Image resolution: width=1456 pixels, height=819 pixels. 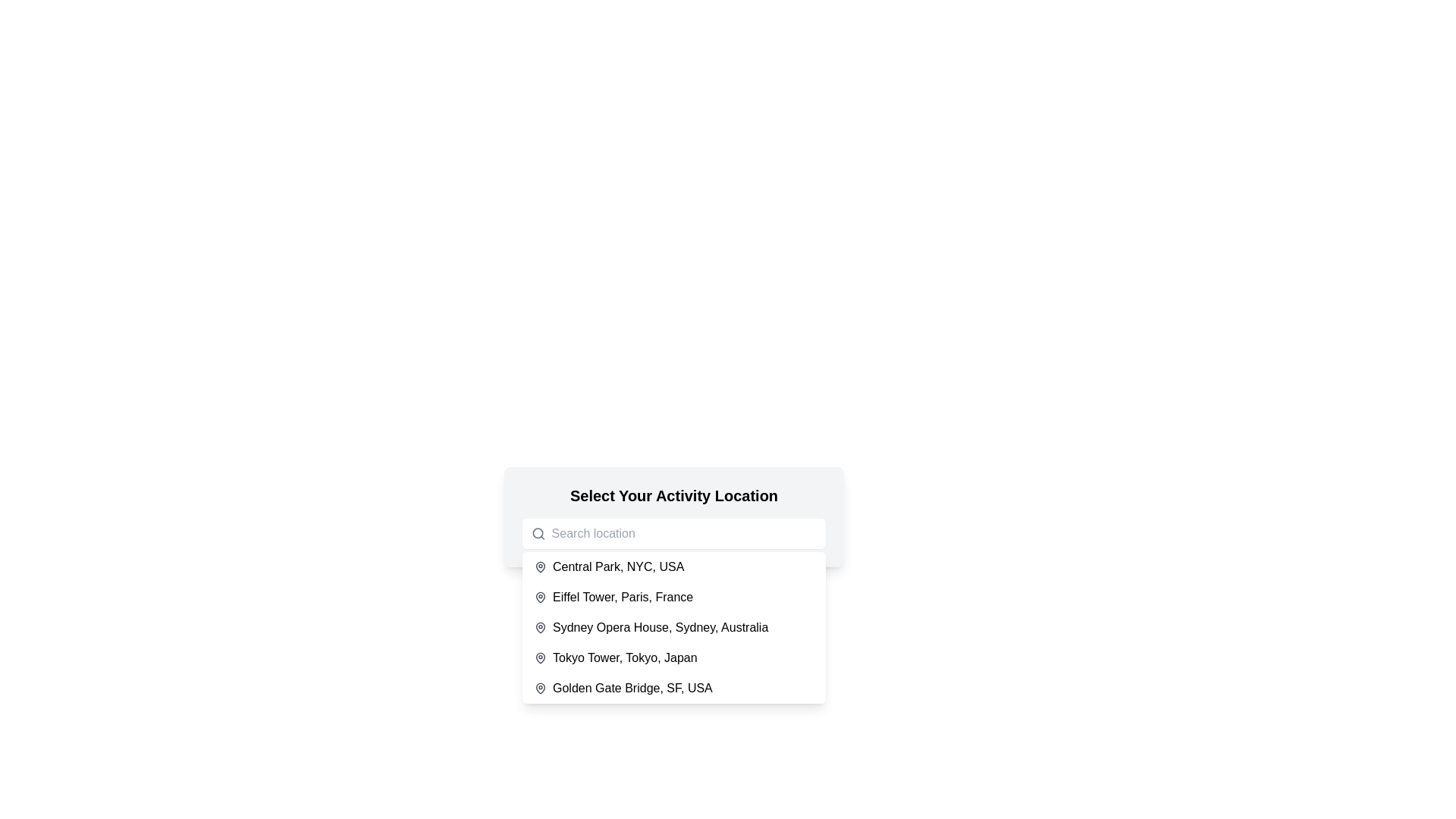 I want to click on the location pin icon representing 'Central Park, NYC, USA' within the dropdown menu under 'Search location', so click(x=541, y=566).